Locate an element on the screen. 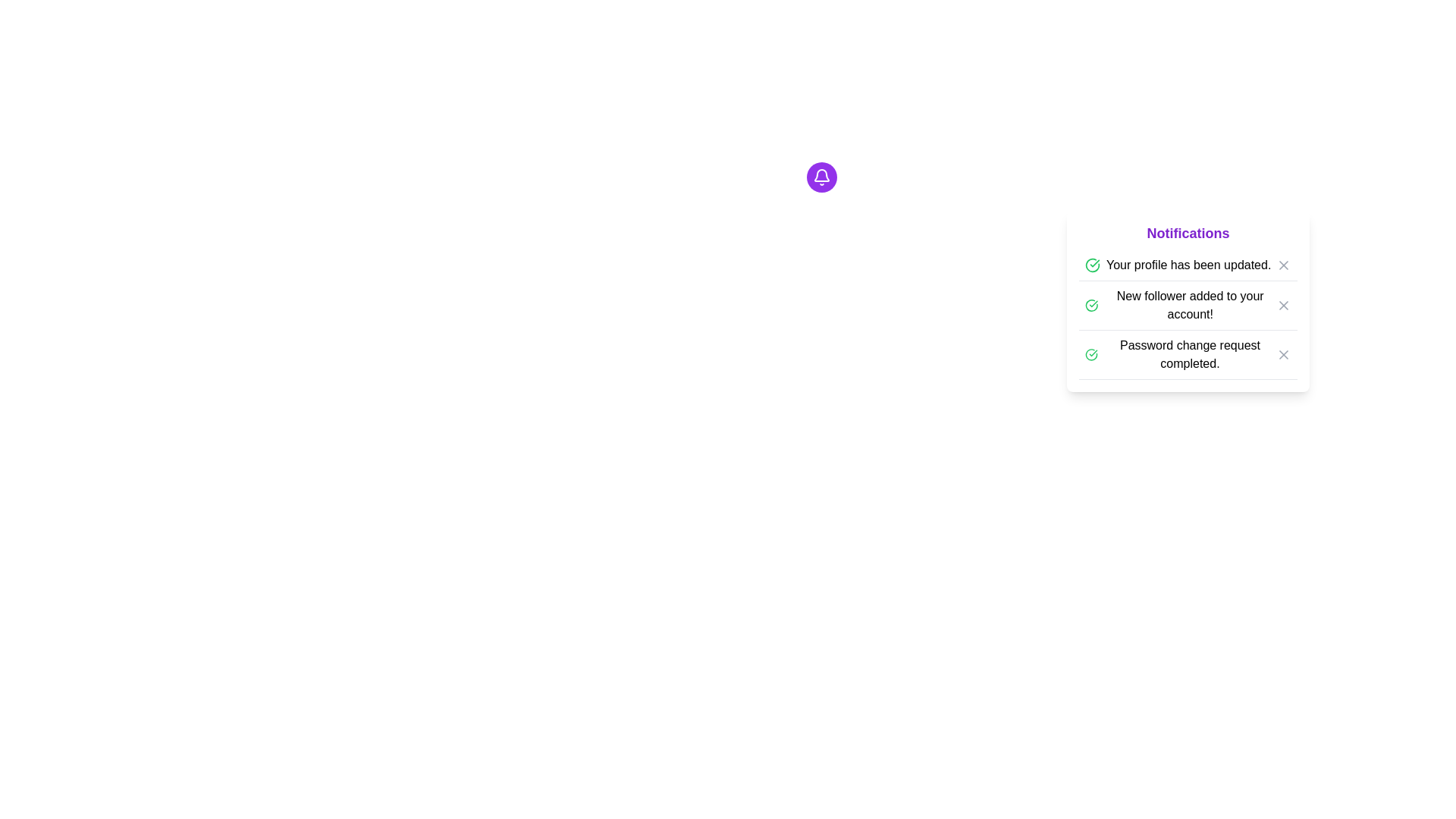  the diagonal cross icon button is located at coordinates (1283, 305).